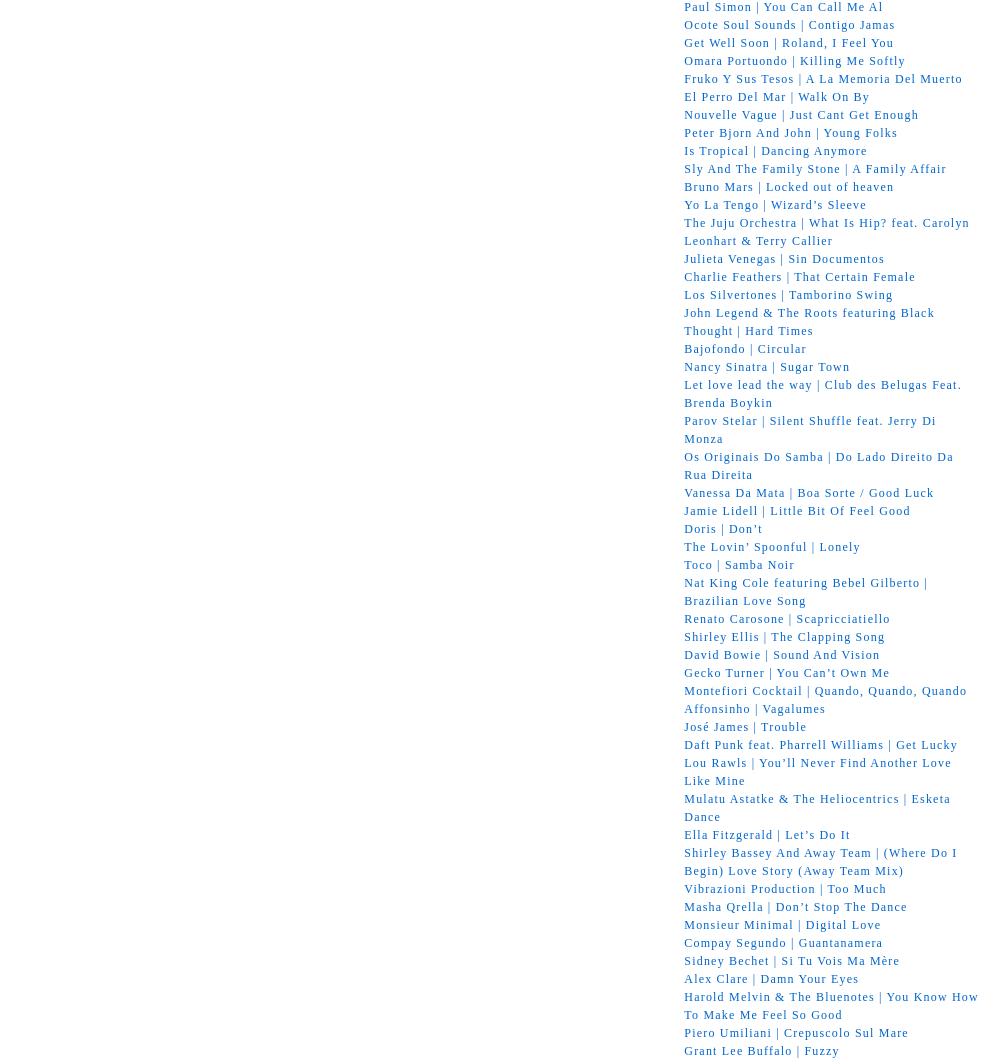 This screenshot has width=1000, height=1064. What do you see at coordinates (801, 113) in the screenshot?
I see `'Nouvelle Vague | Just Cant Get Enough'` at bounding box center [801, 113].